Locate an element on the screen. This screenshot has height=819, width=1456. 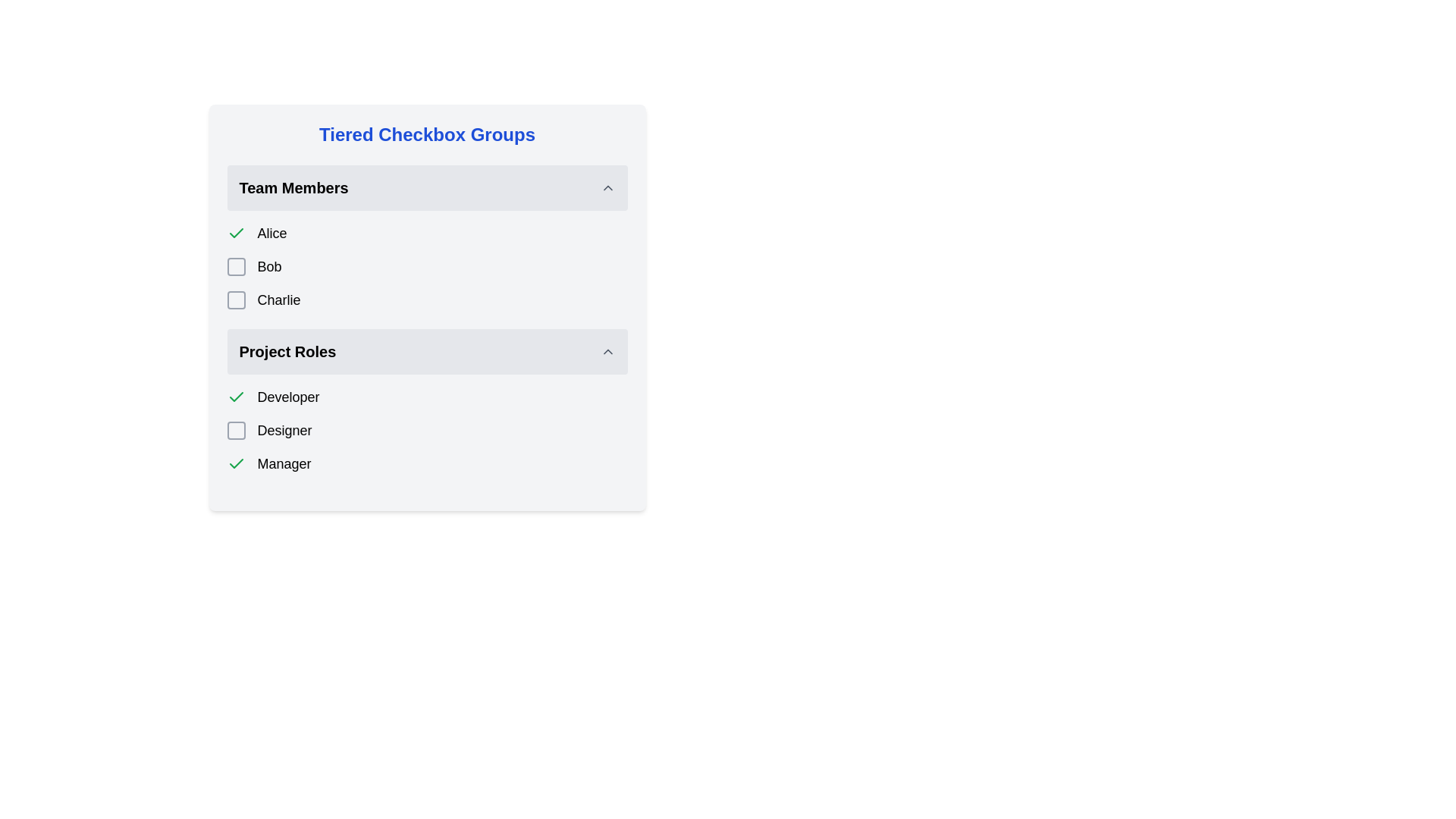
the label indicating 'Team Members', which serves as a heading for the related content is located at coordinates (293, 187).